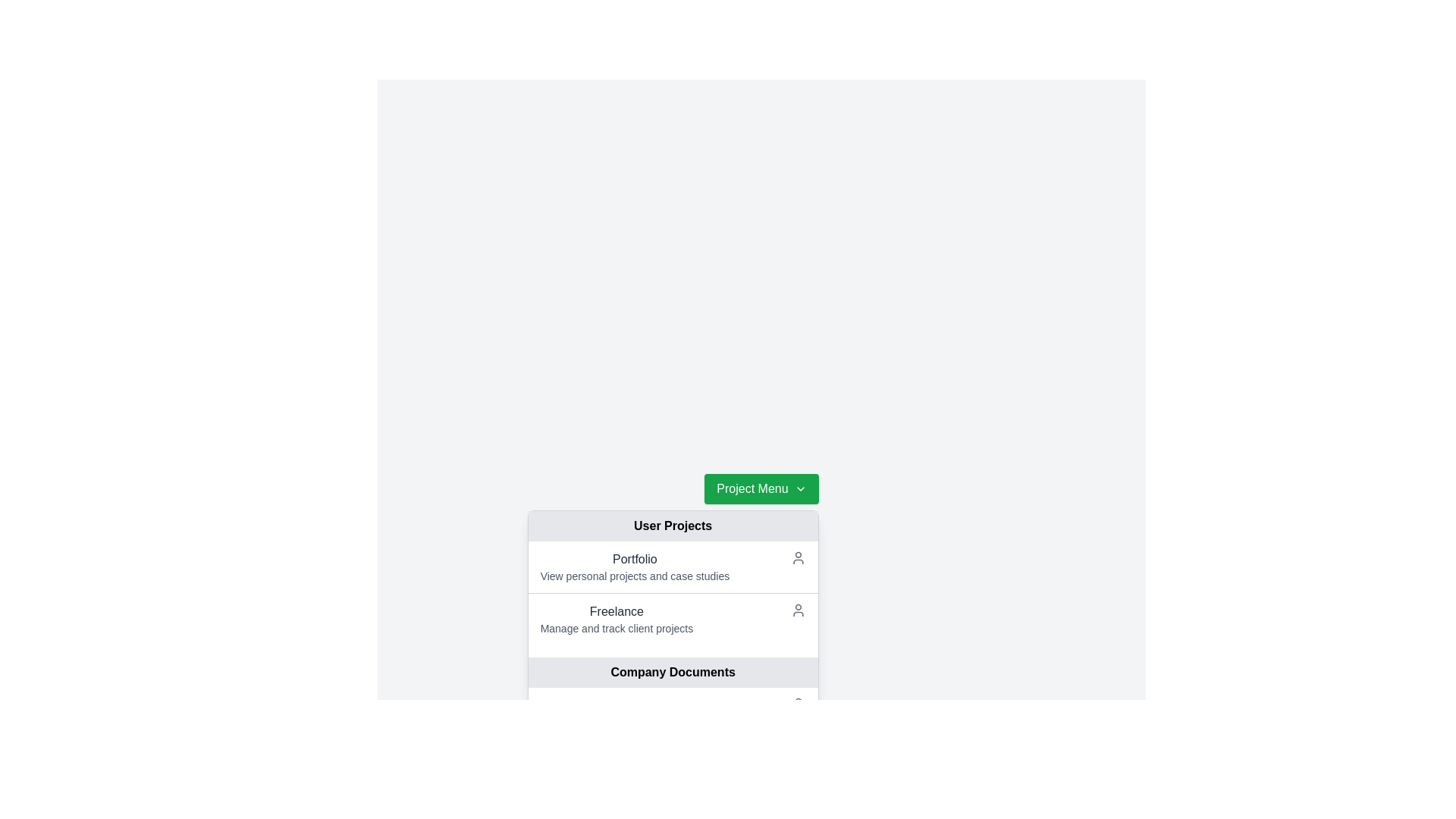  Describe the element at coordinates (672, 592) in the screenshot. I see `the 'Portfolio' entry` at that location.